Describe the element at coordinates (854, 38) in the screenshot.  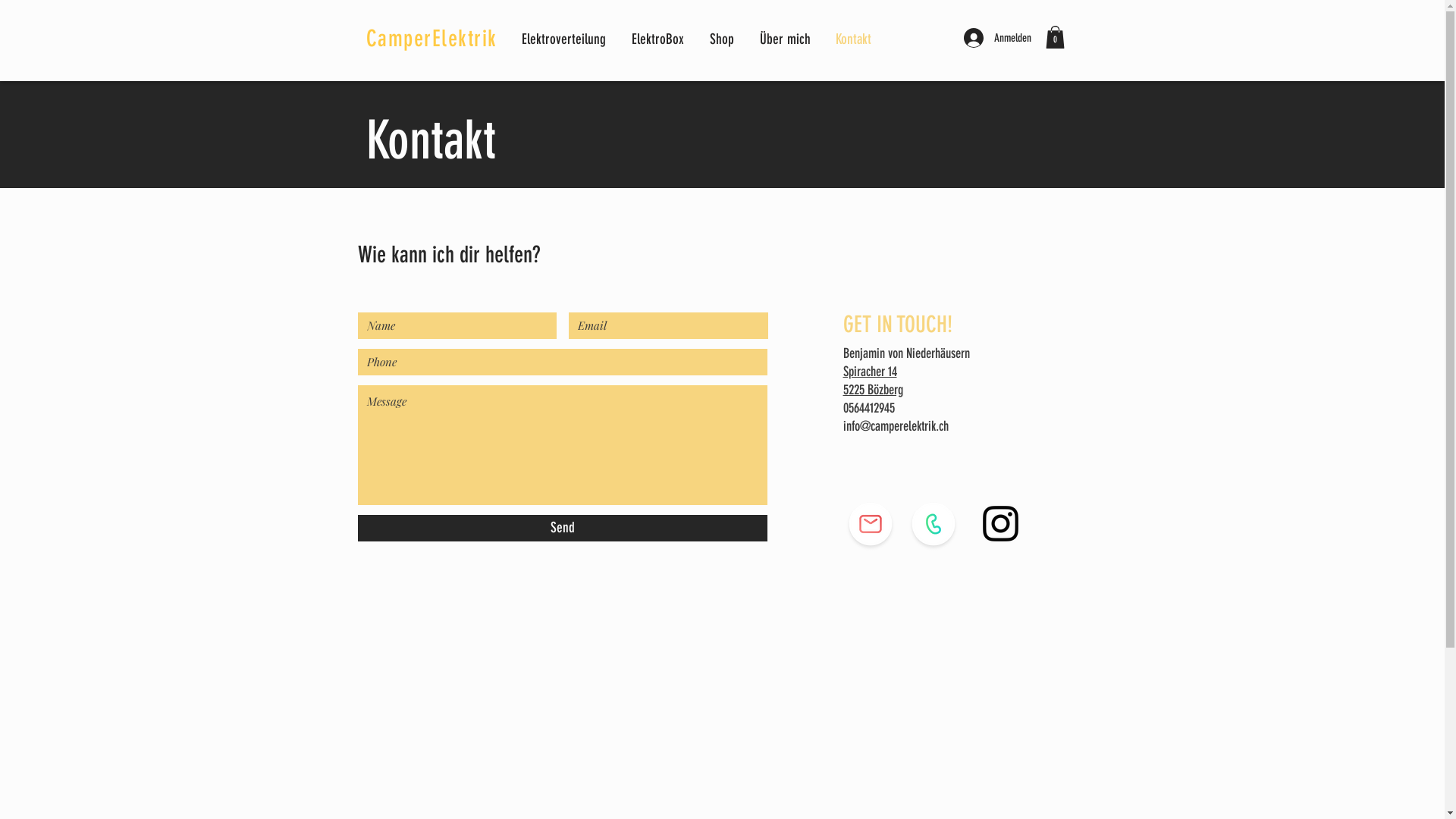
I see `'Kontakt'` at that location.